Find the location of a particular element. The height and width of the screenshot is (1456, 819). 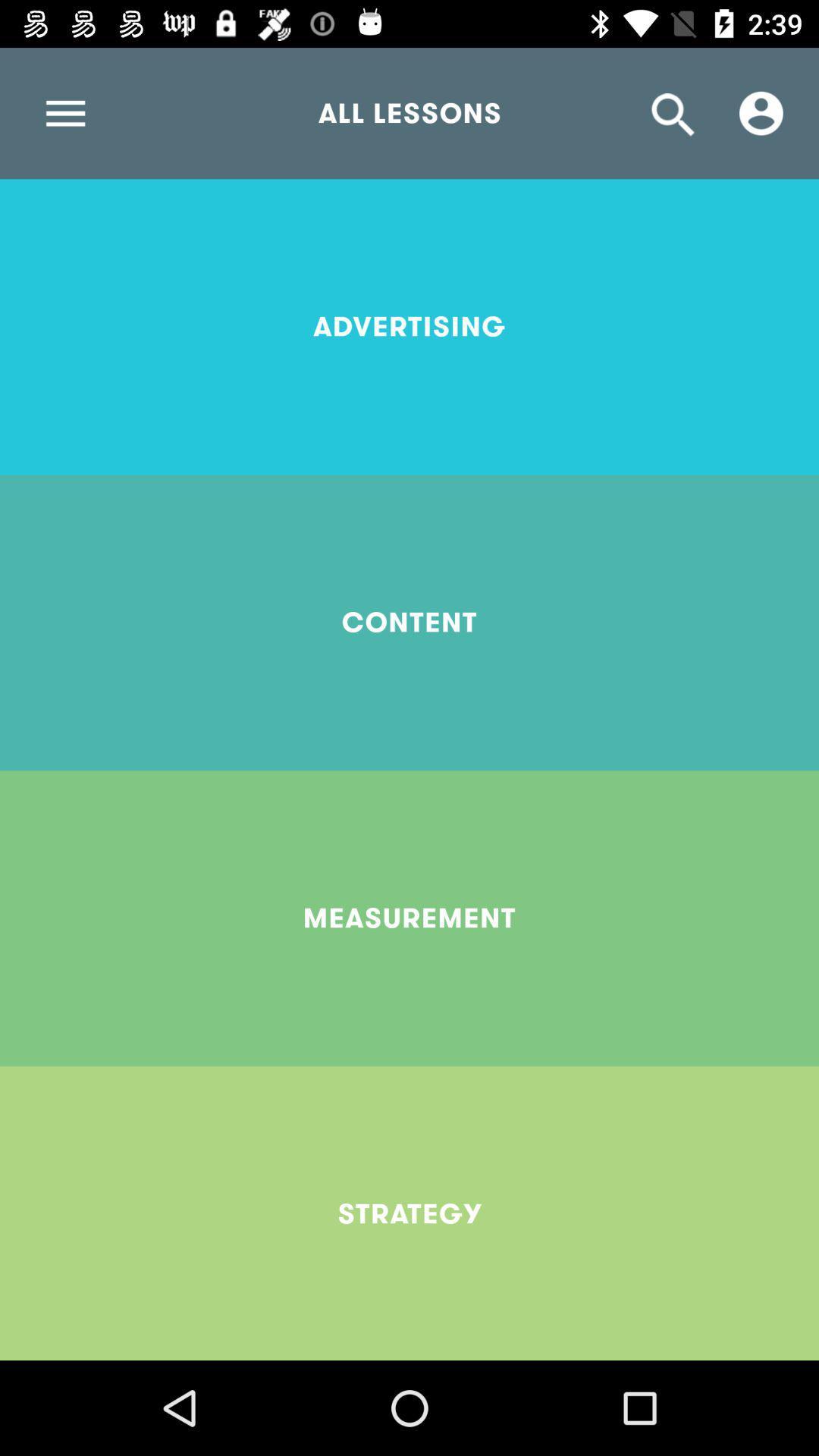

the icon to the left of the all lessons item is located at coordinates (64, 112).